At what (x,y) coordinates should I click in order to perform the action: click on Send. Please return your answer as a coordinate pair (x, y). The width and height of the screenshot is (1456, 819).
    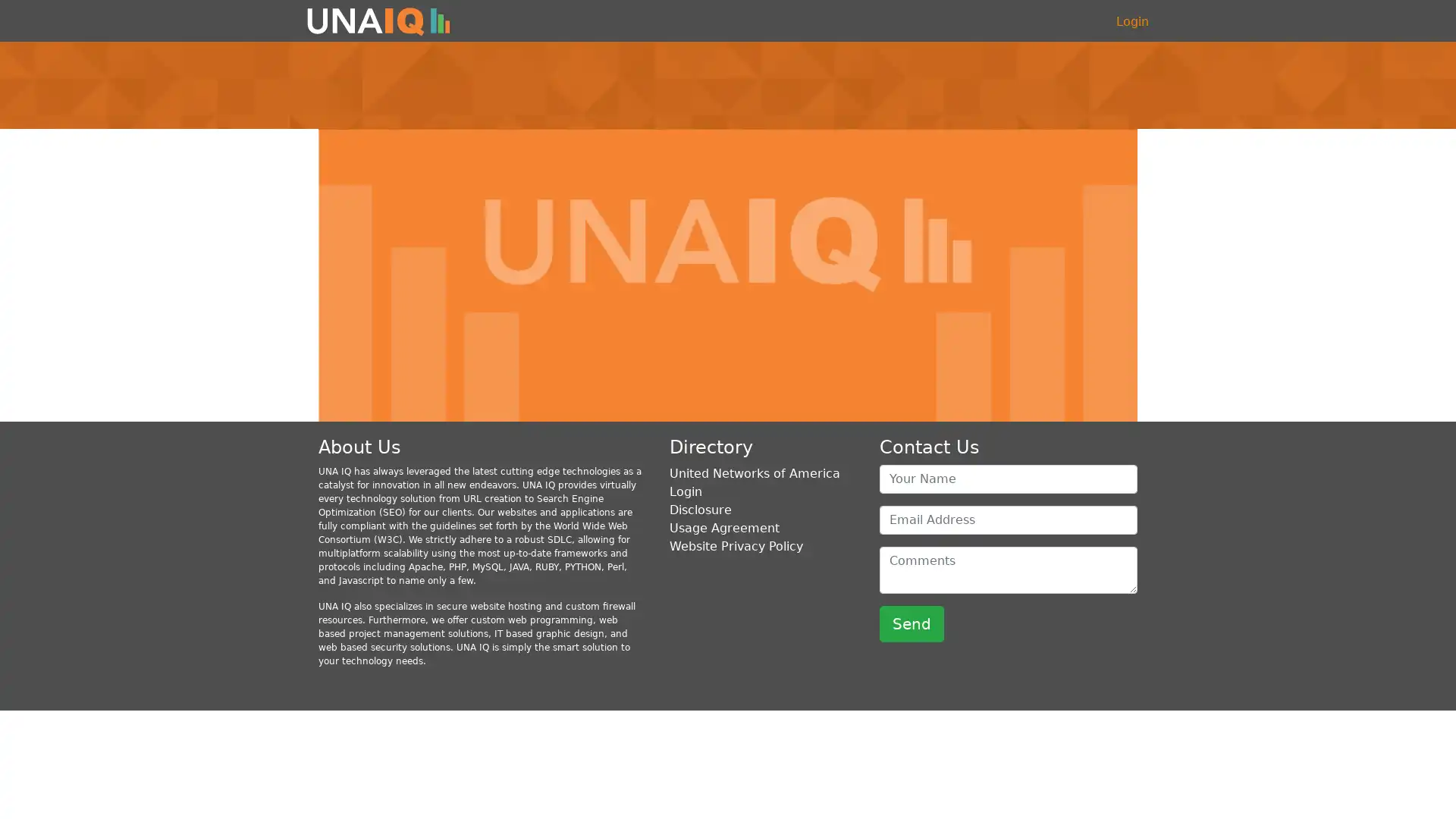
    Looking at the image, I should click on (911, 623).